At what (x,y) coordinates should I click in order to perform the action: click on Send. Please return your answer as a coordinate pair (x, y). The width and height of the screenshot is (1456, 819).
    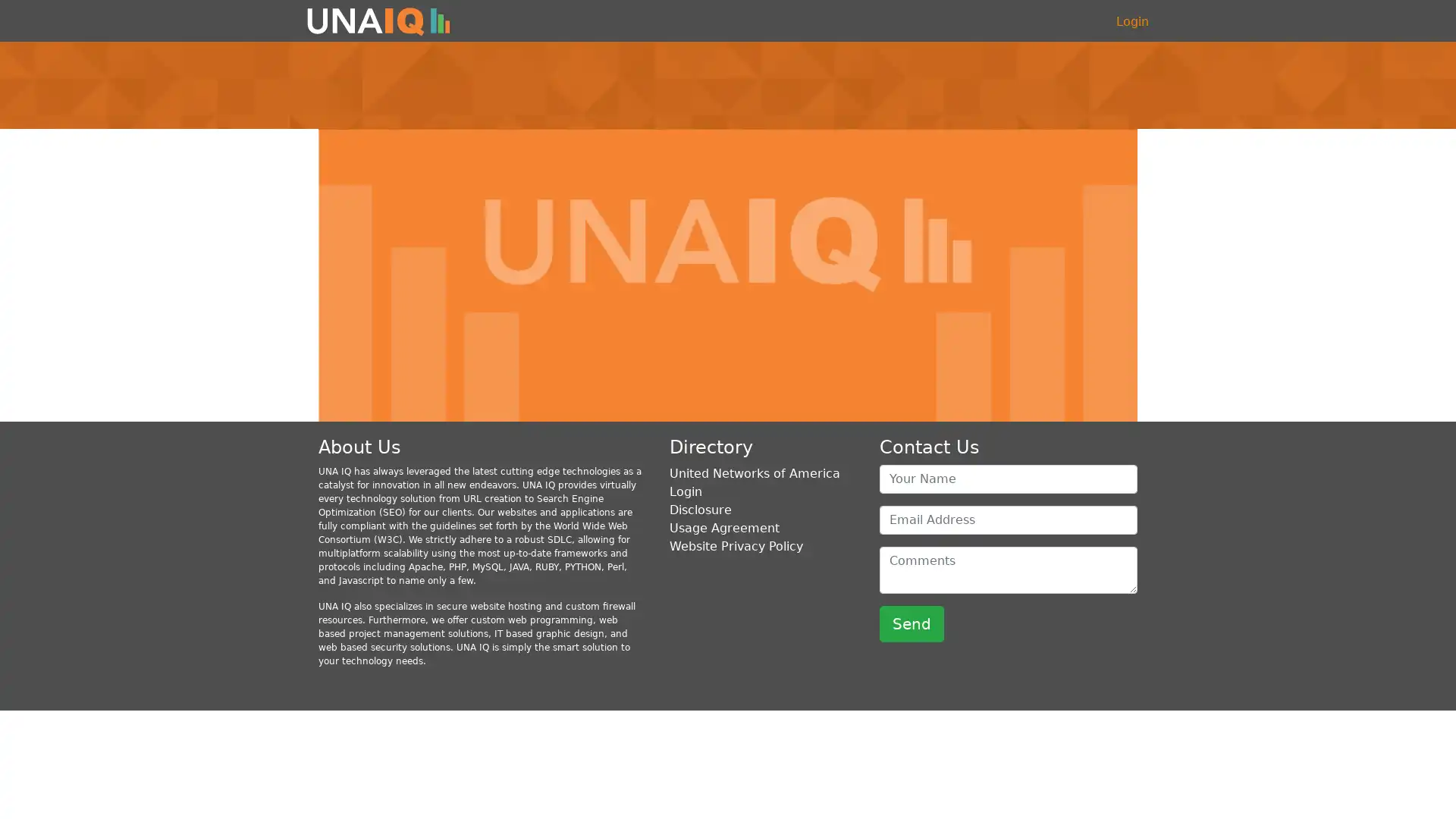
    Looking at the image, I should click on (911, 623).